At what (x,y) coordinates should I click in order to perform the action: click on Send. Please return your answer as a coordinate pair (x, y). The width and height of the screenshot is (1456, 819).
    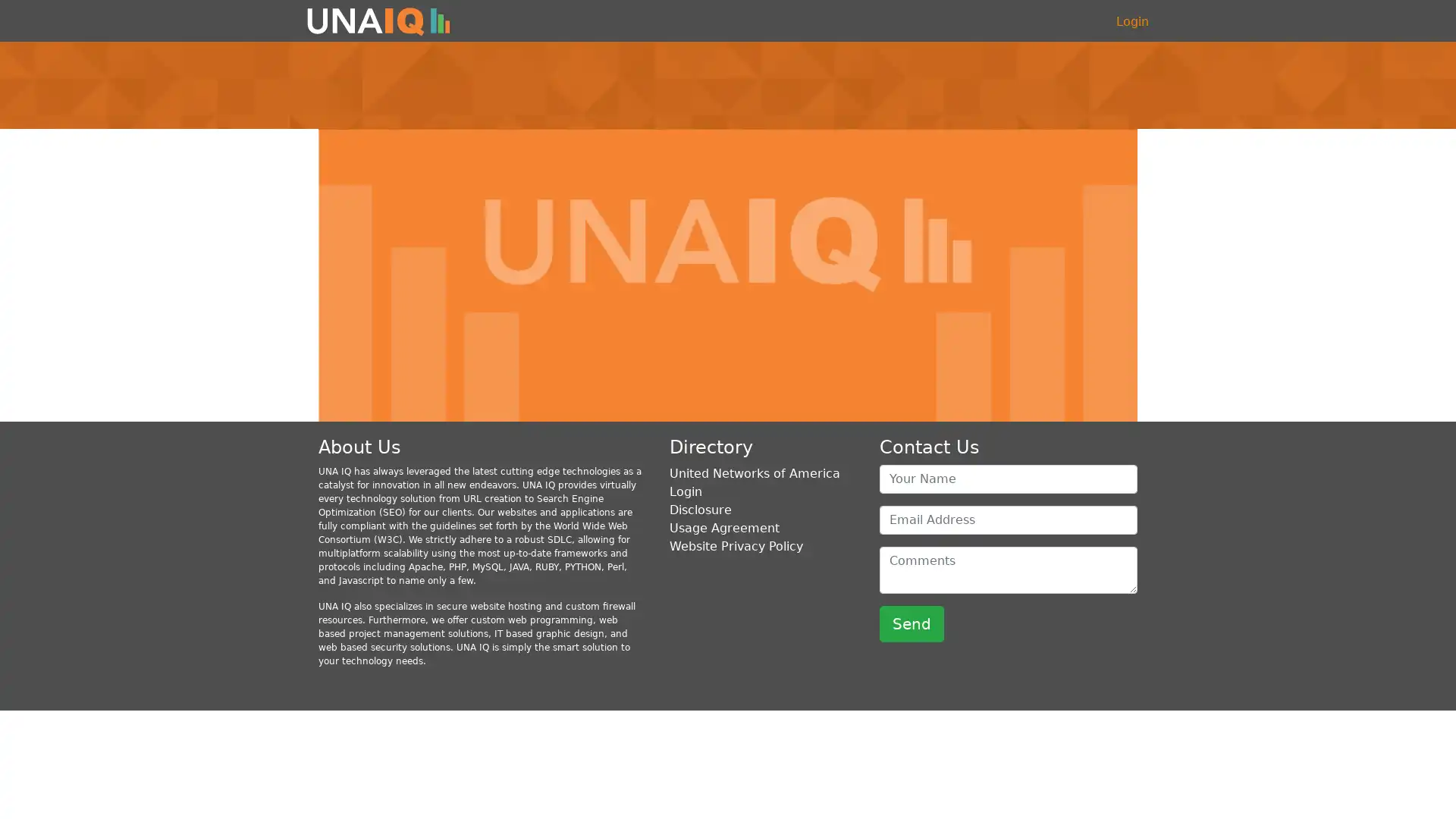
    Looking at the image, I should click on (911, 623).